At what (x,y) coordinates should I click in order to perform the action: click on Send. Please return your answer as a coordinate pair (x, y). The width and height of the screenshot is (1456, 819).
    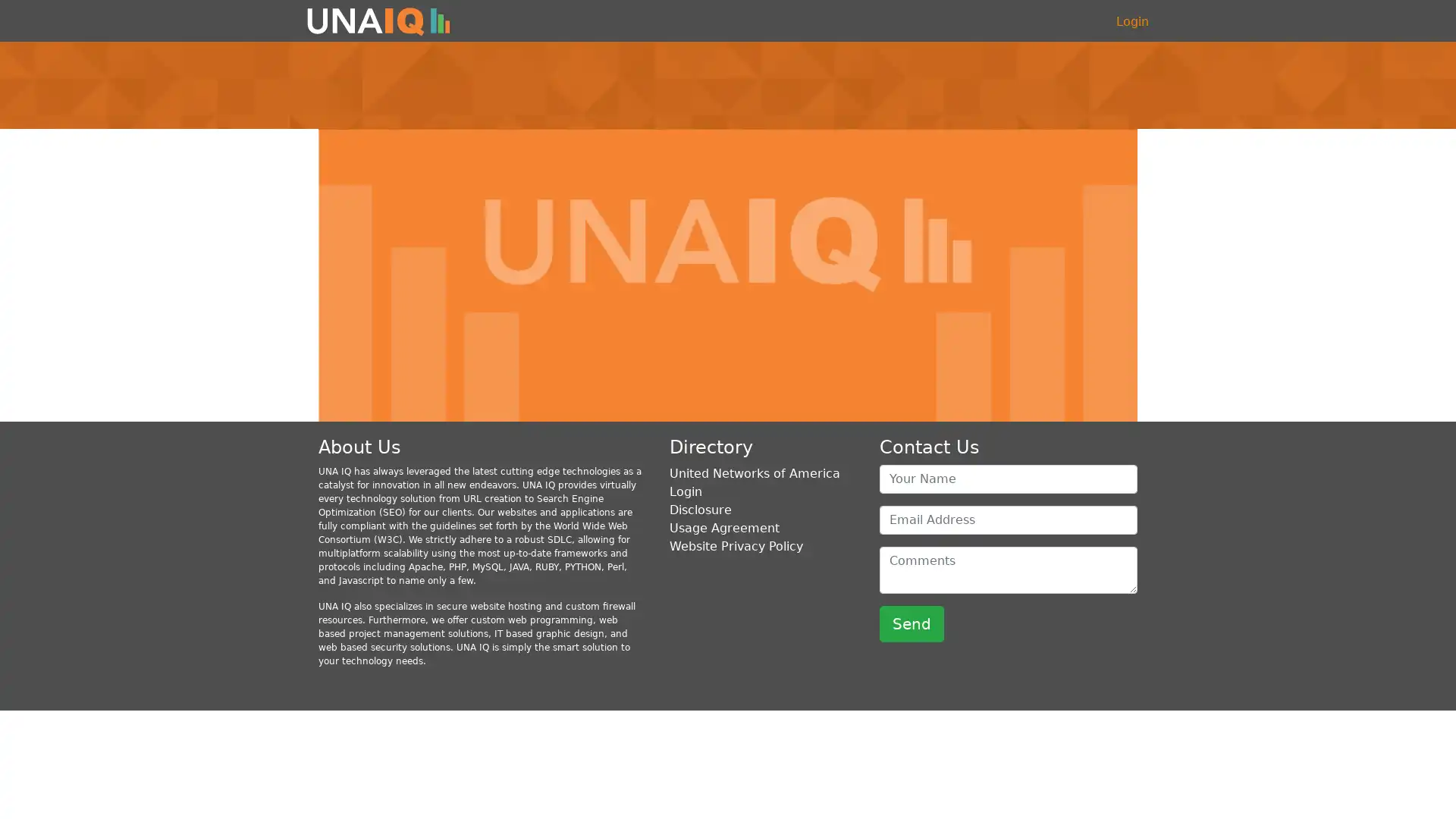
    Looking at the image, I should click on (911, 623).